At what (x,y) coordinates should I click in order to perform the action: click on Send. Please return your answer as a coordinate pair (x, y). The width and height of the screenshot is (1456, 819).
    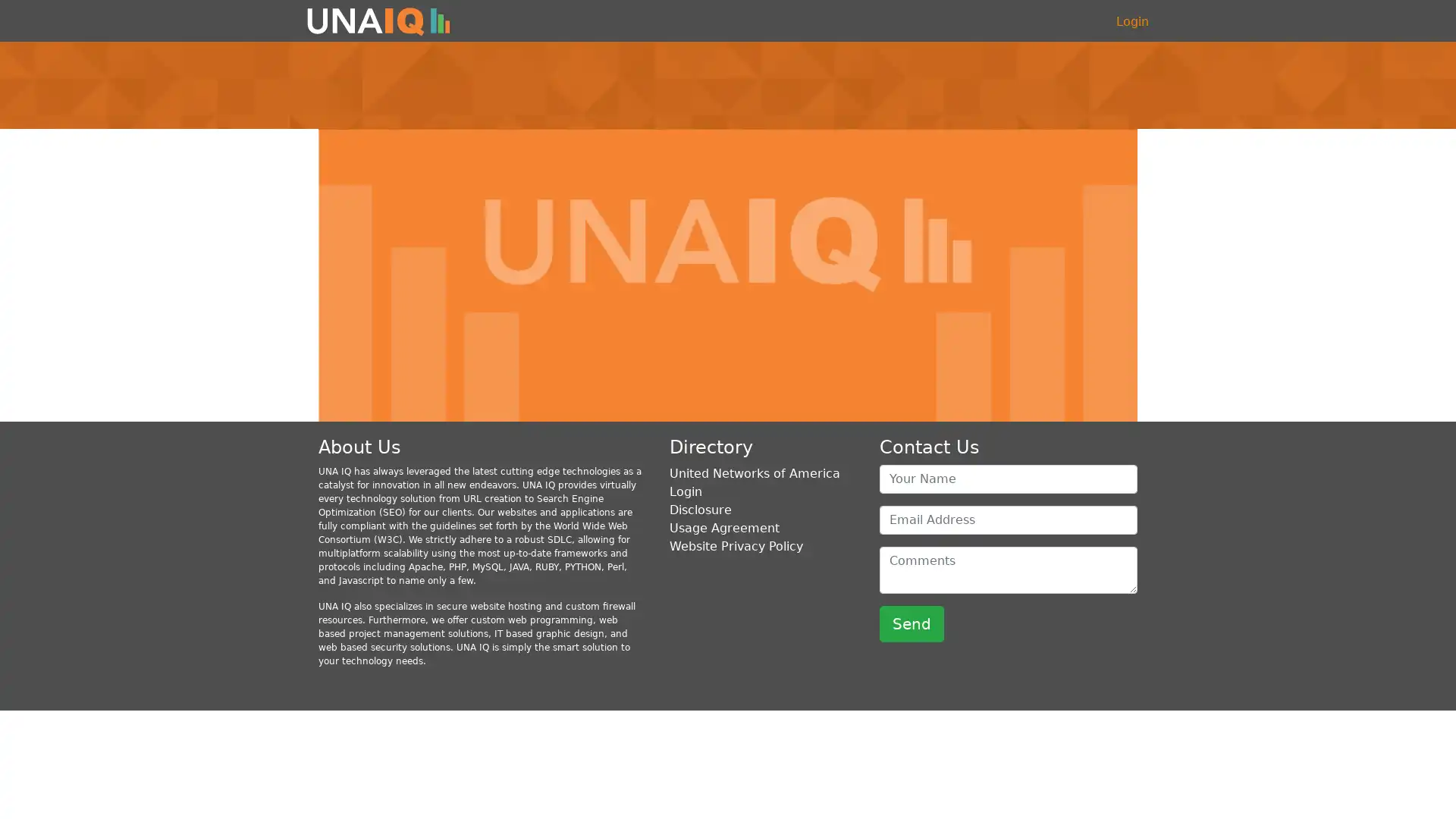
    Looking at the image, I should click on (911, 623).